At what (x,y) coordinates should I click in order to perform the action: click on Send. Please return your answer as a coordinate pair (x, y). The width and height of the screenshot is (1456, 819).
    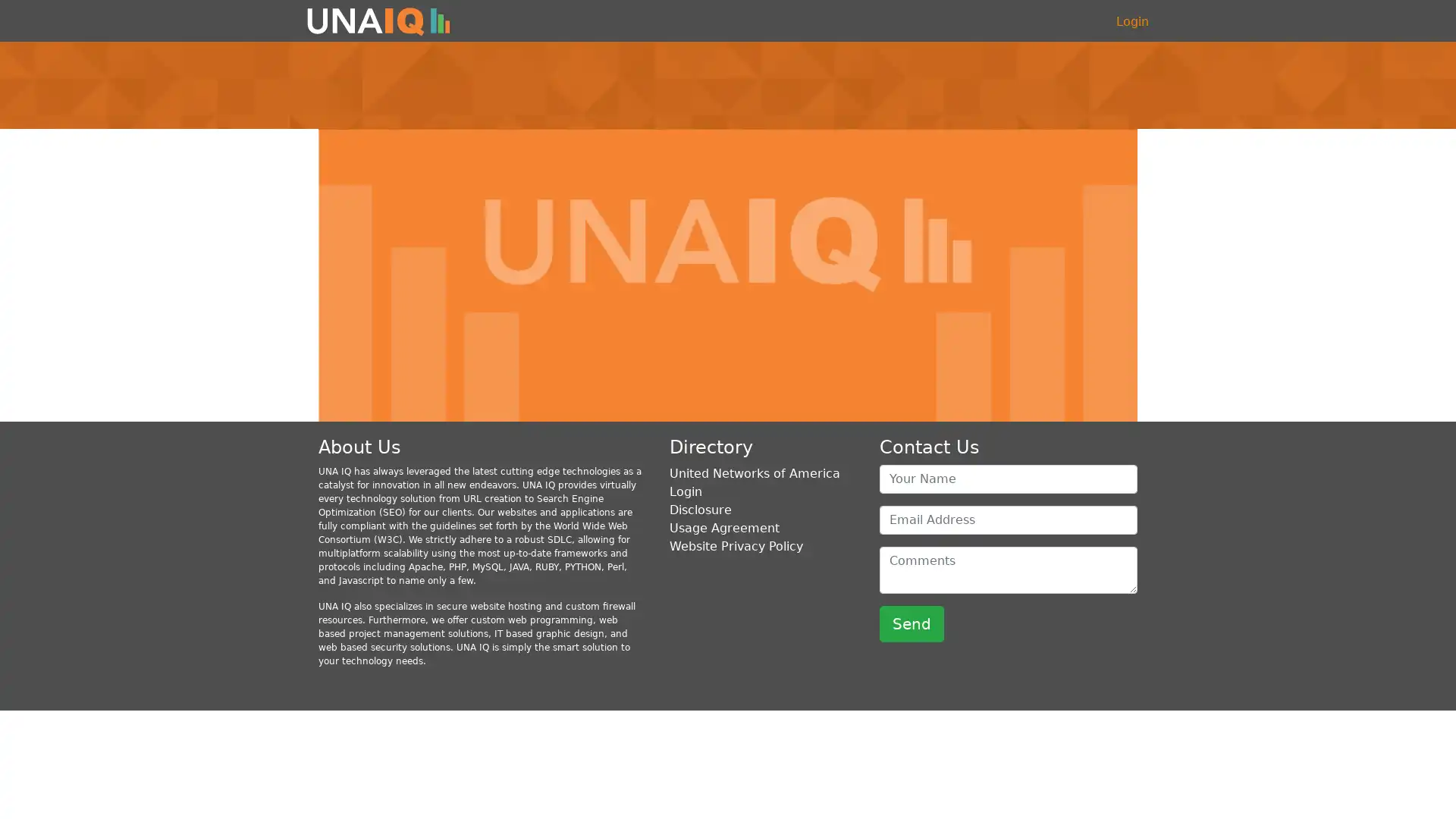
    Looking at the image, I should click on (911, 623).